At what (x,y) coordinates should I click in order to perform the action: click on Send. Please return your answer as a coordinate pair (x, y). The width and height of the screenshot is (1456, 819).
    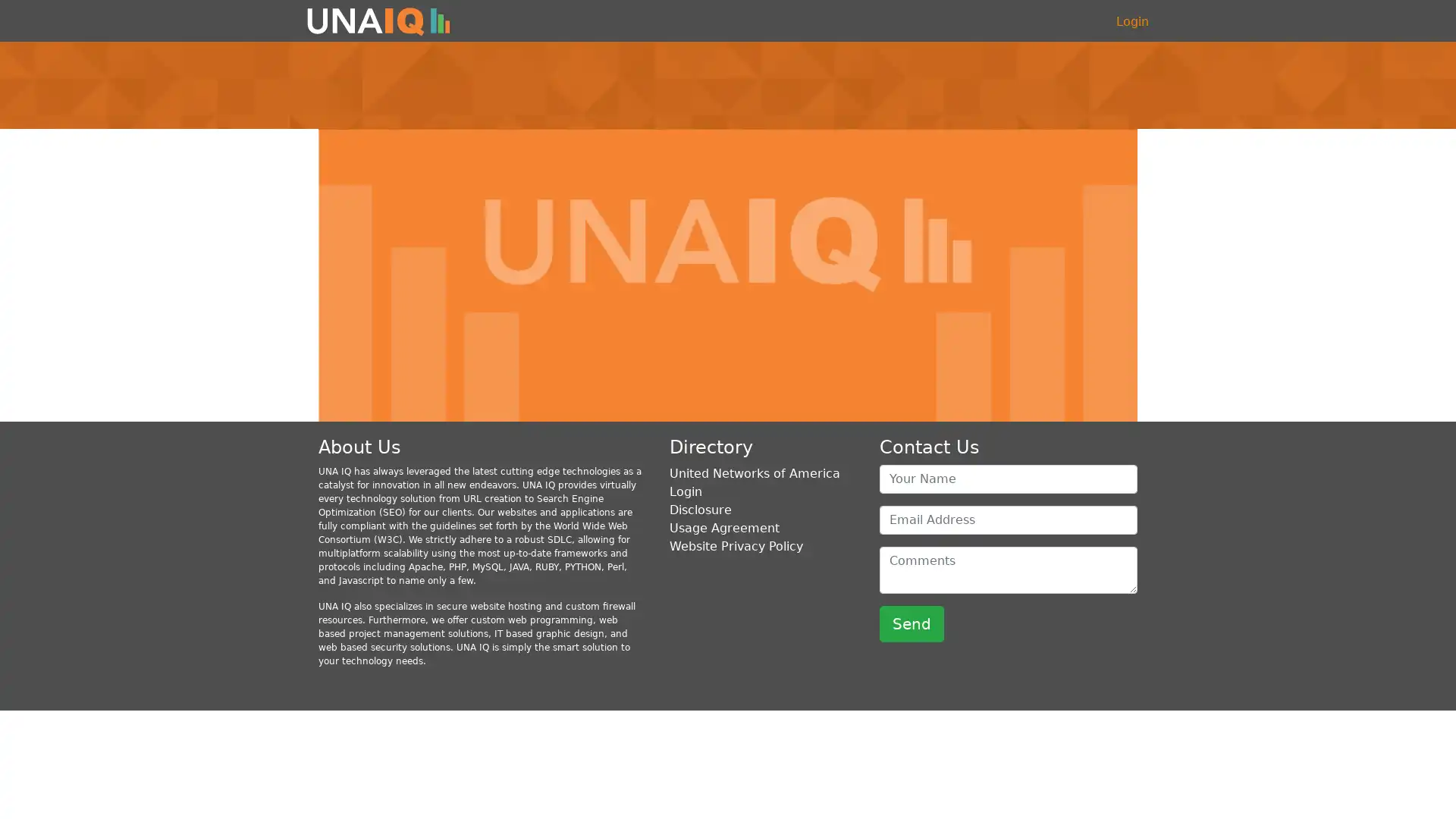
    Looking at the image, I should click on (911, 623).